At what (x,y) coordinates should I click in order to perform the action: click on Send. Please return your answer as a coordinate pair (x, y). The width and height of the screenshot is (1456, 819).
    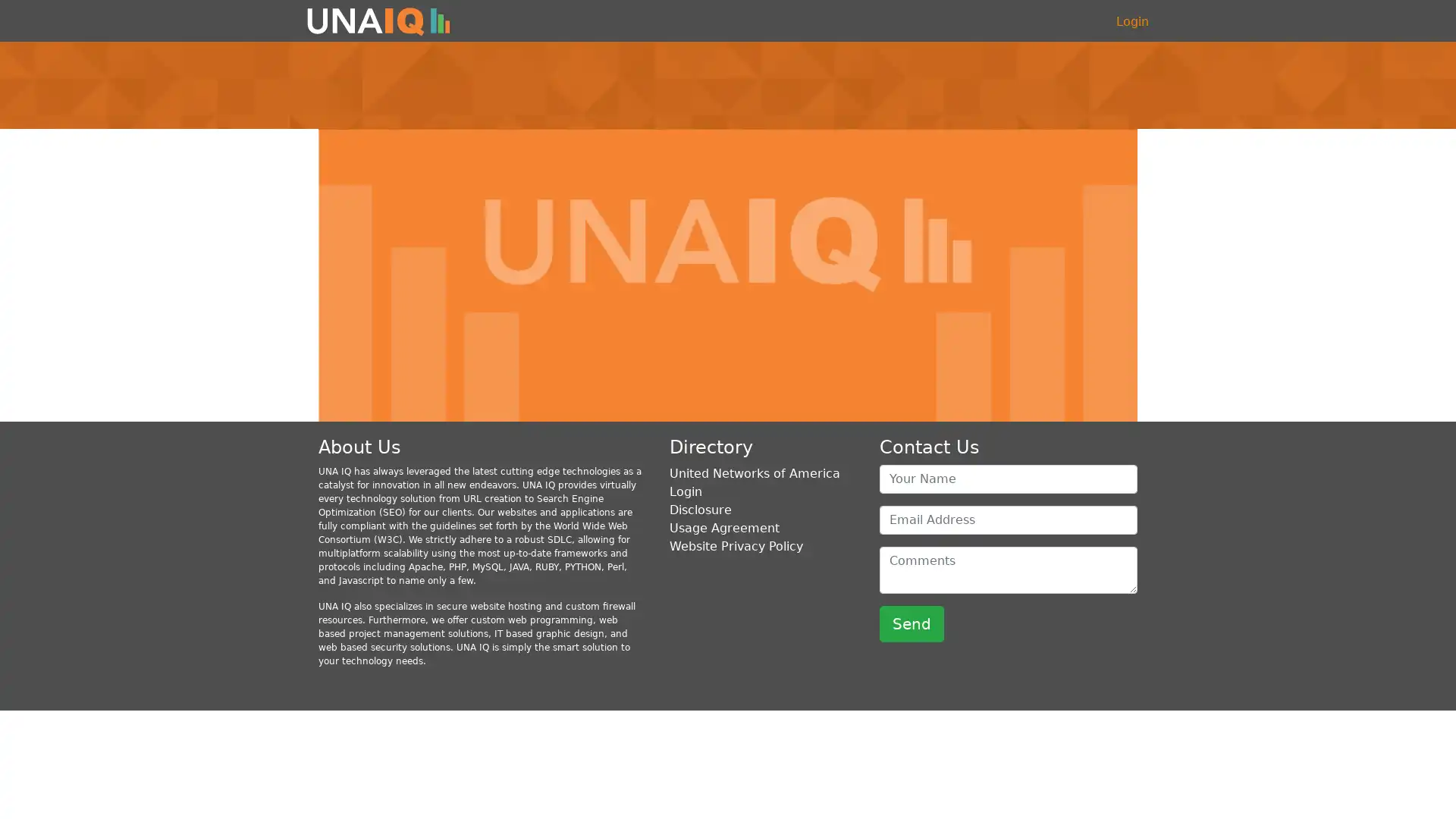
    Looking at the image, I should click on (911, 623).